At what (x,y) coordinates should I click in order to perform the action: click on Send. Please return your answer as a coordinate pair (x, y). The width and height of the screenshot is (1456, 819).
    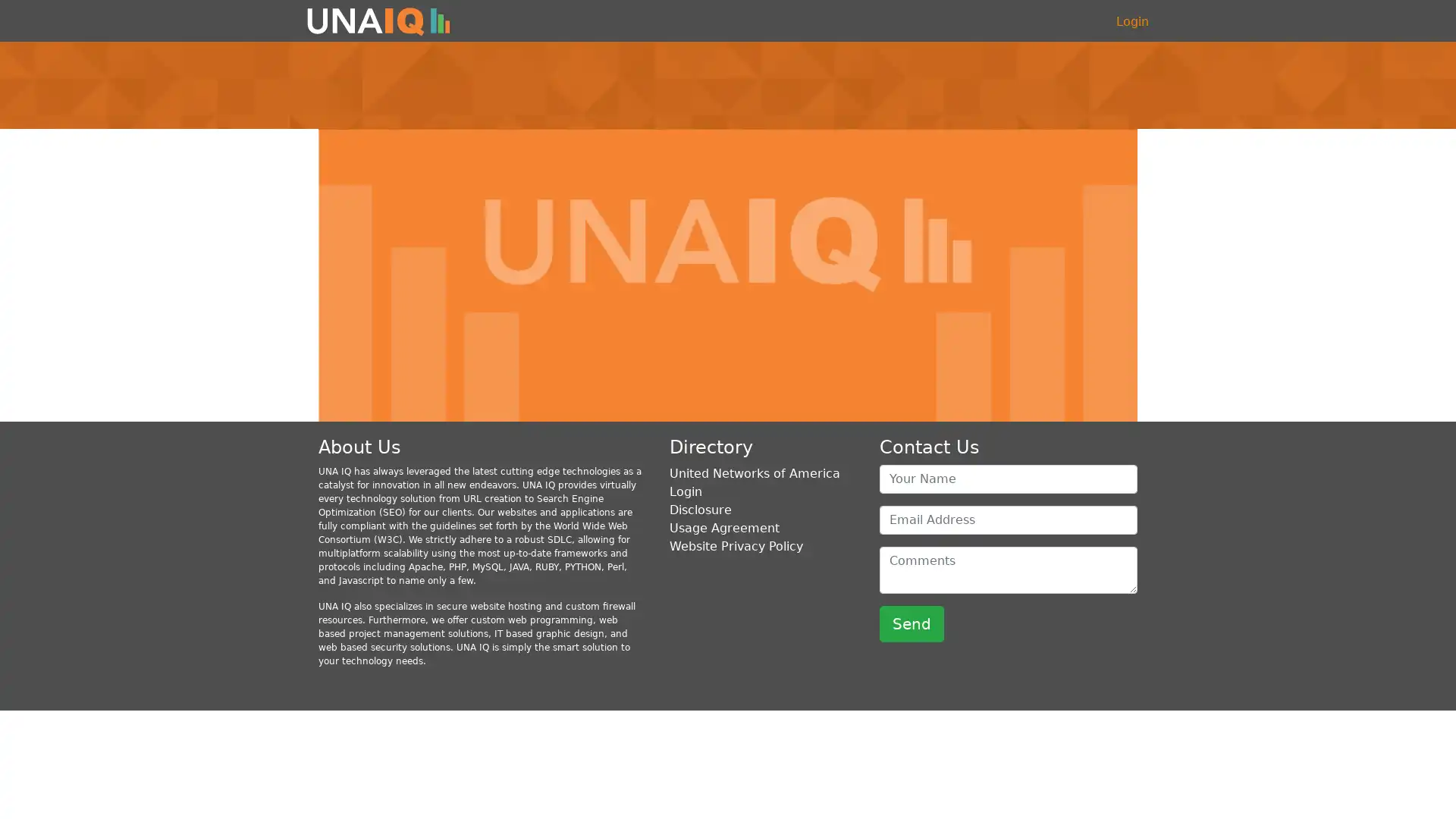
    Looking at the image, I should click on (911, 623).